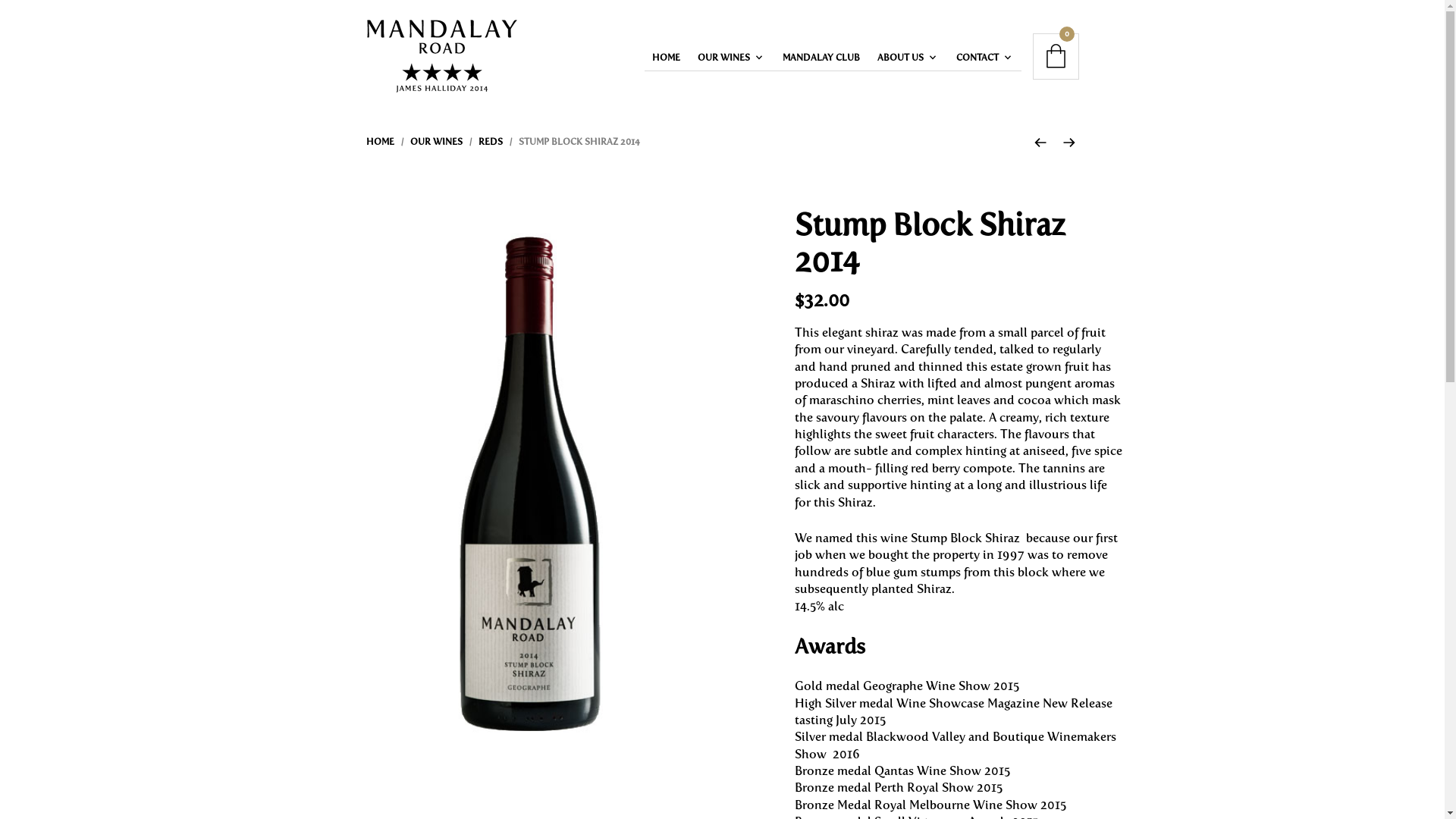 The height and width of the screenshot is (819, 1456). I want to click on 'HOME', so click(379, 141).